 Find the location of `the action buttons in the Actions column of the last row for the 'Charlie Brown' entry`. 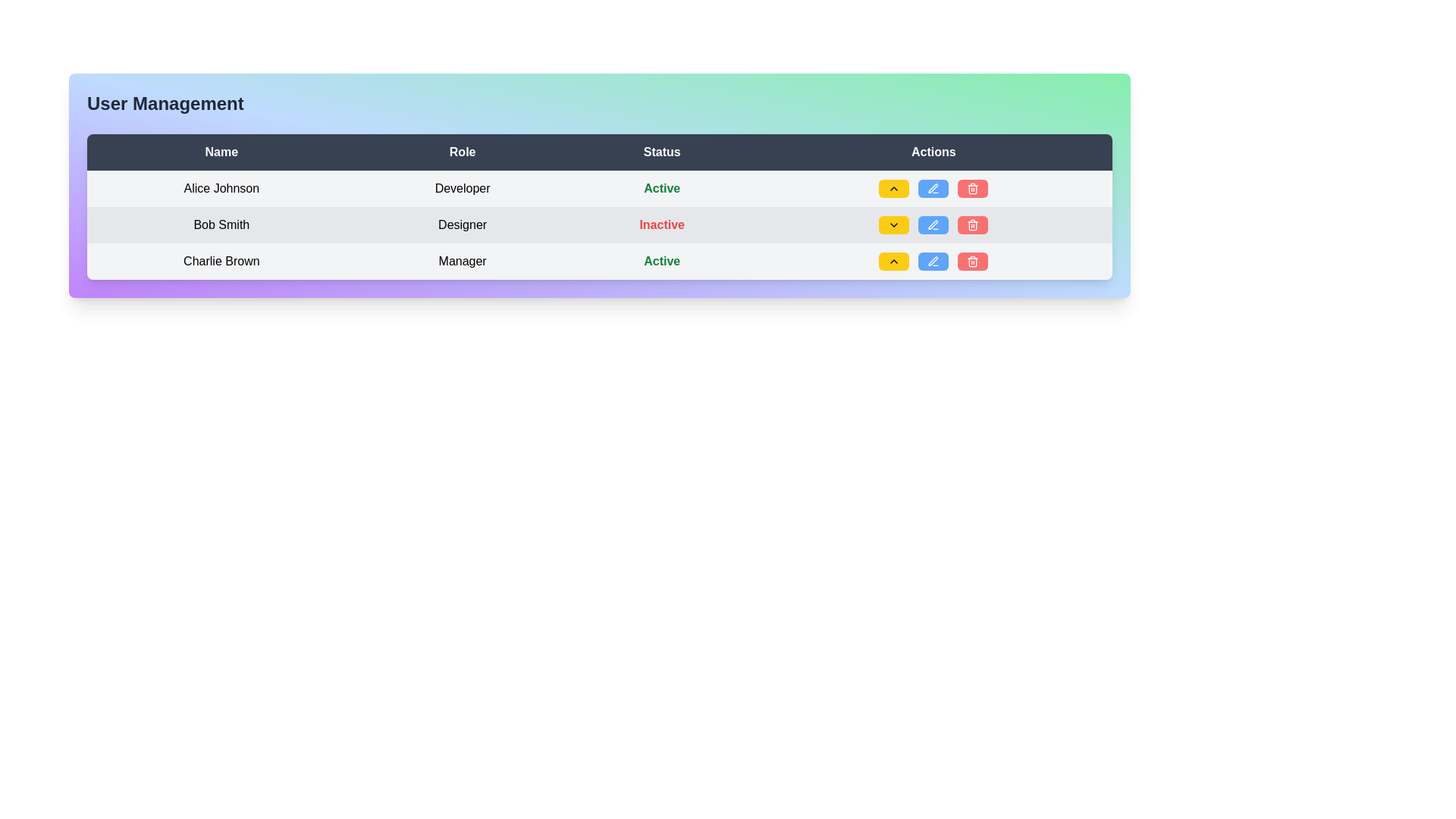

the action buttons in the Actions column of the last row for the 'Charlie Brown' entry is located at coordinates (933, 260).